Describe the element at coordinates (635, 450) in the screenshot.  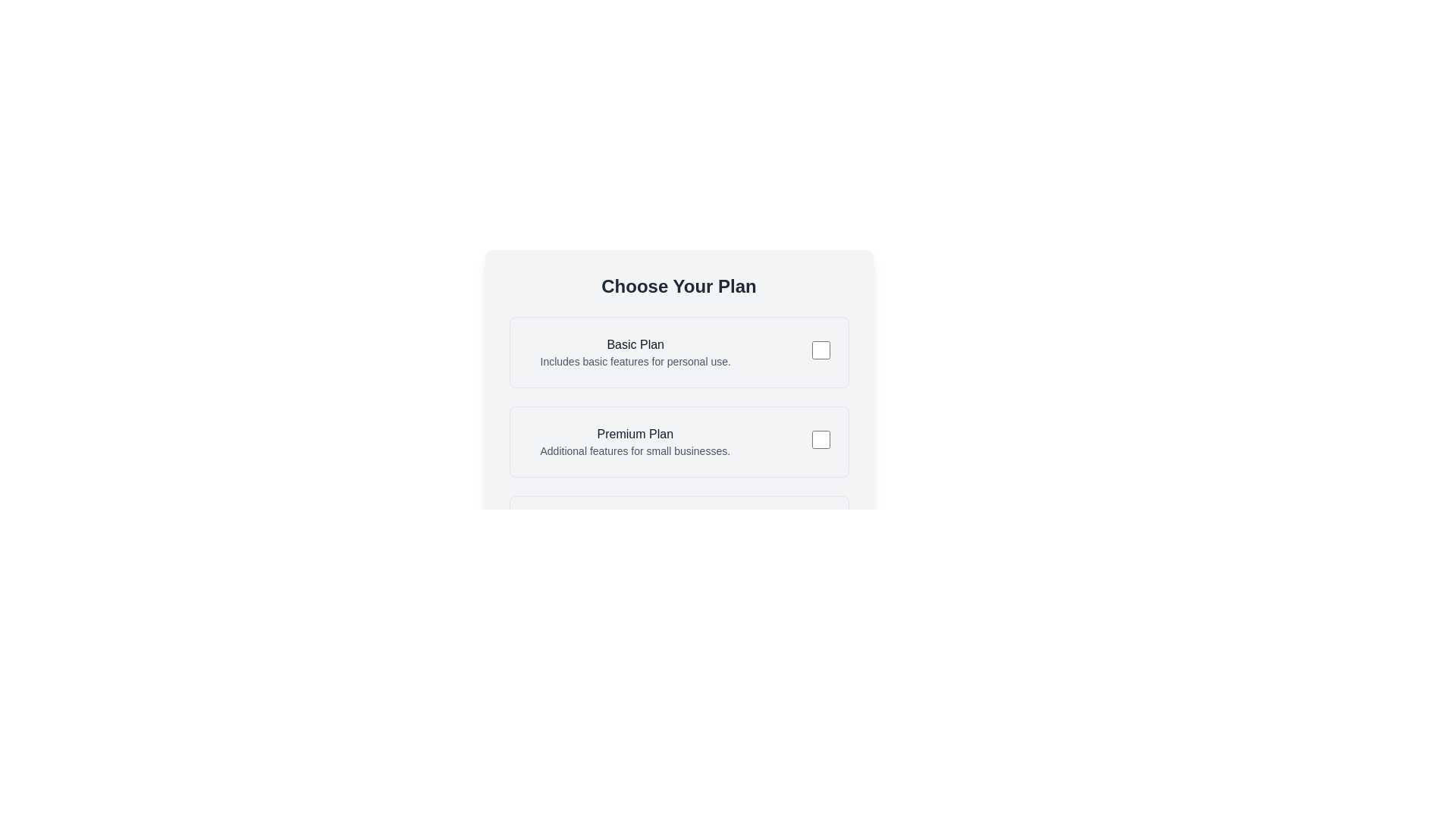
I see `the descriptive text reading 'Additional features for small businesses.' located beneath the 'Premium Plan' heading in the subscription selection interface` at that location.